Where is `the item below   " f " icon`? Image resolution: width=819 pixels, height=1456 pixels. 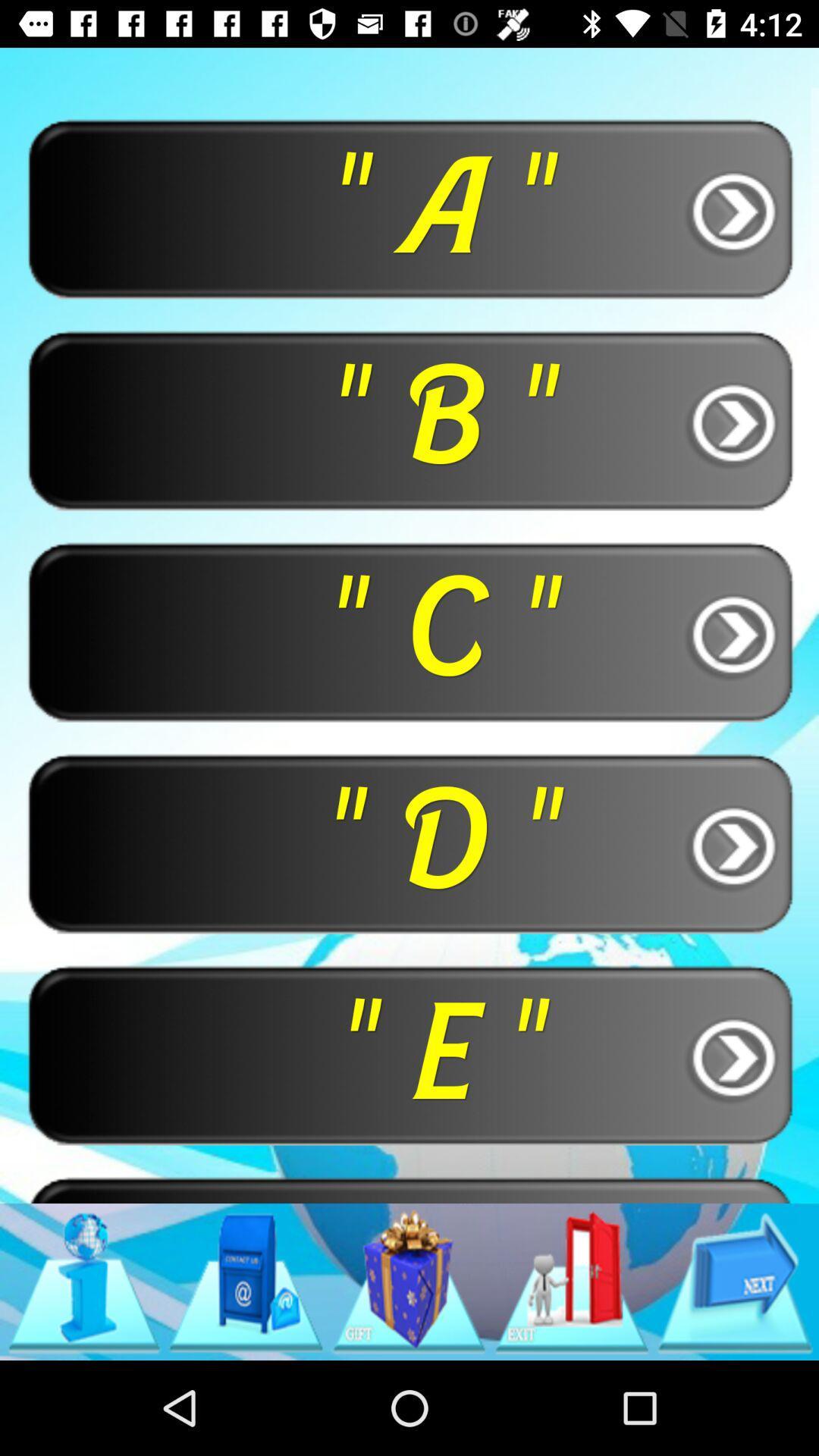 the item below   " f " icon is located at coordinates (245, 1281).